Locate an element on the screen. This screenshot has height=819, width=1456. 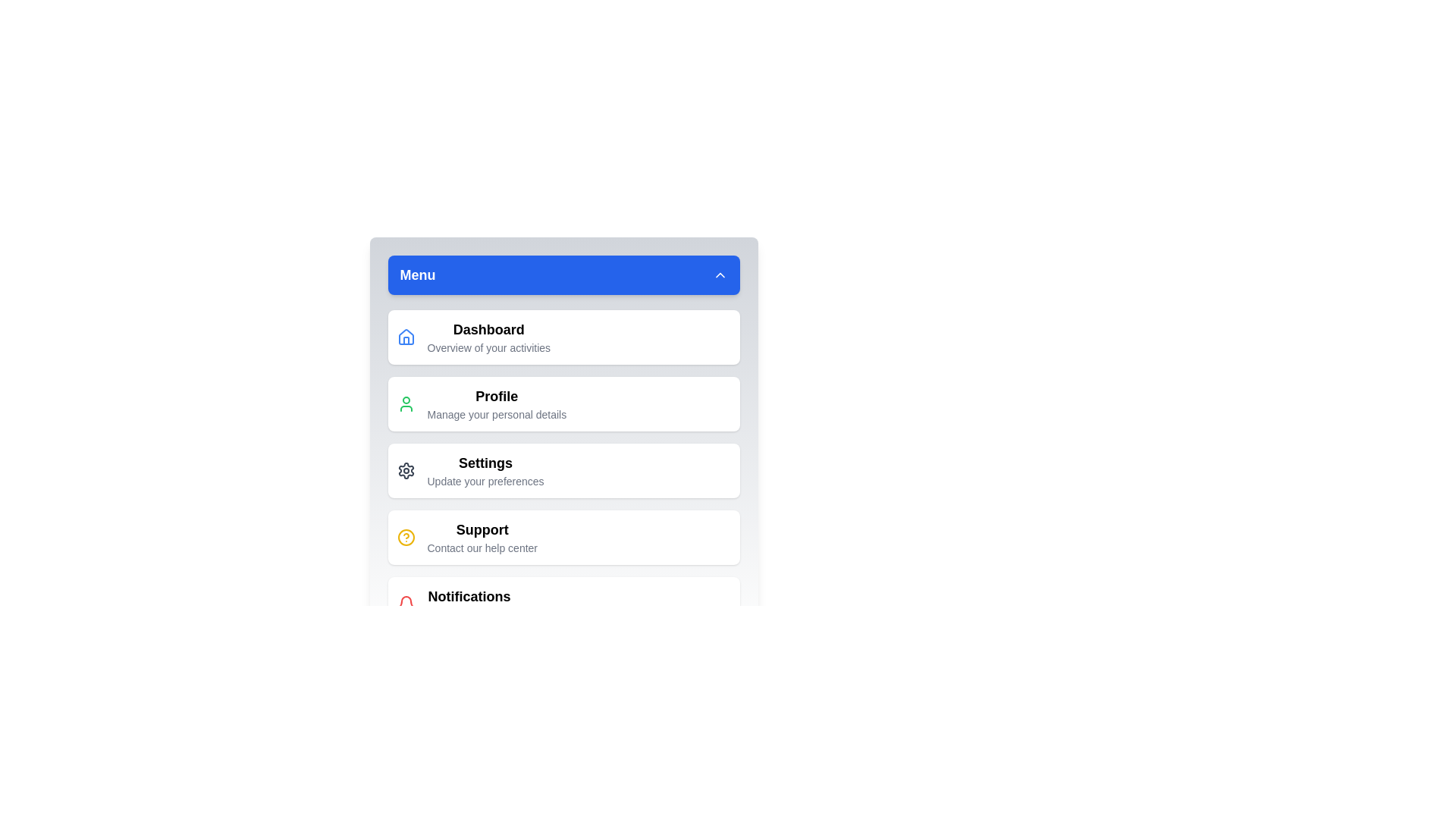
the text-based information component that serves as a title and brief description for the 'Dashboard' section, located under the blue bar titled 'Menu' in the sidebar menu is located at coordinates (488, 336).